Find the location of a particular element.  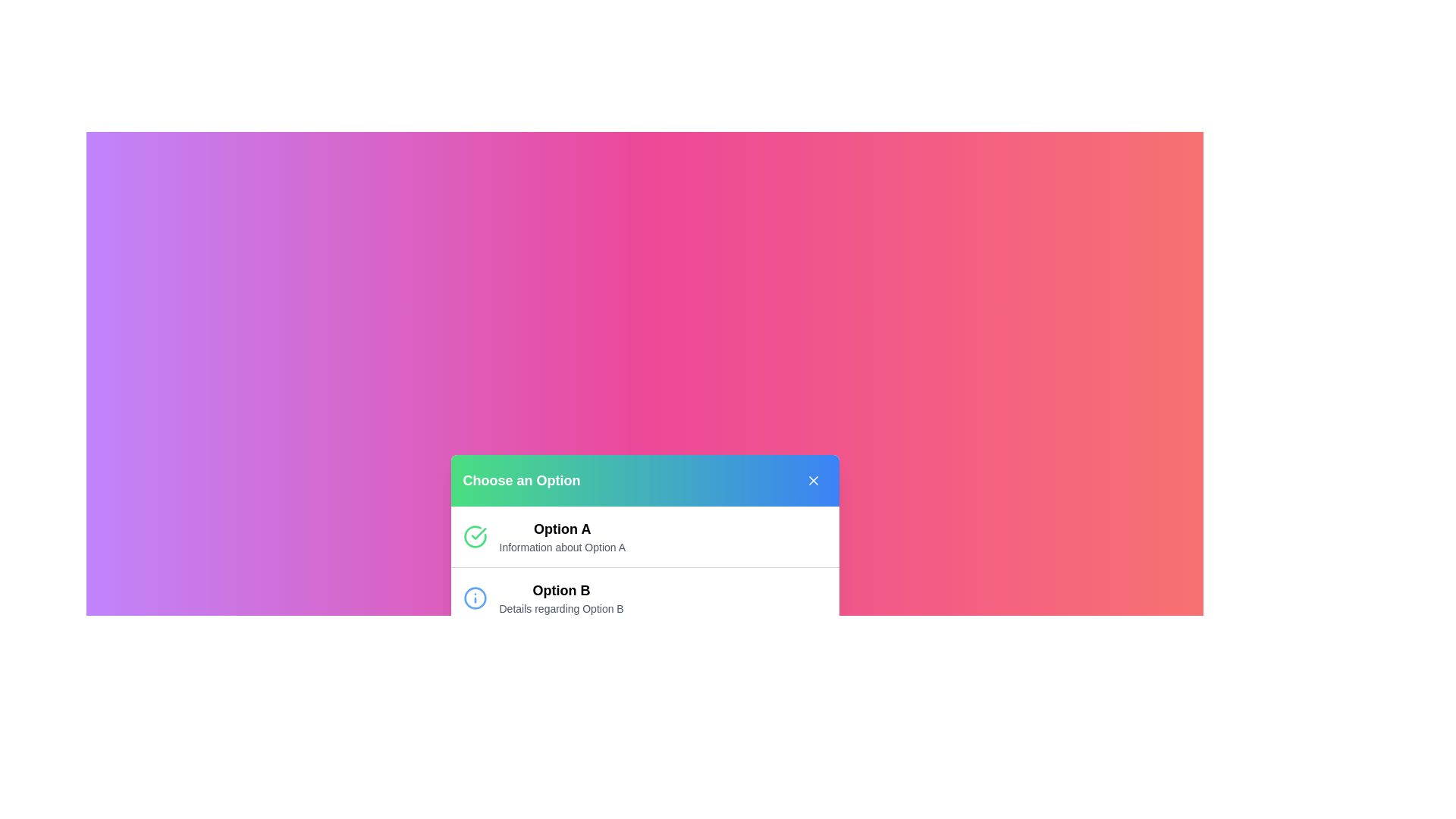

the area corresponding to Option A to select it is located at coordinates (561, 535).